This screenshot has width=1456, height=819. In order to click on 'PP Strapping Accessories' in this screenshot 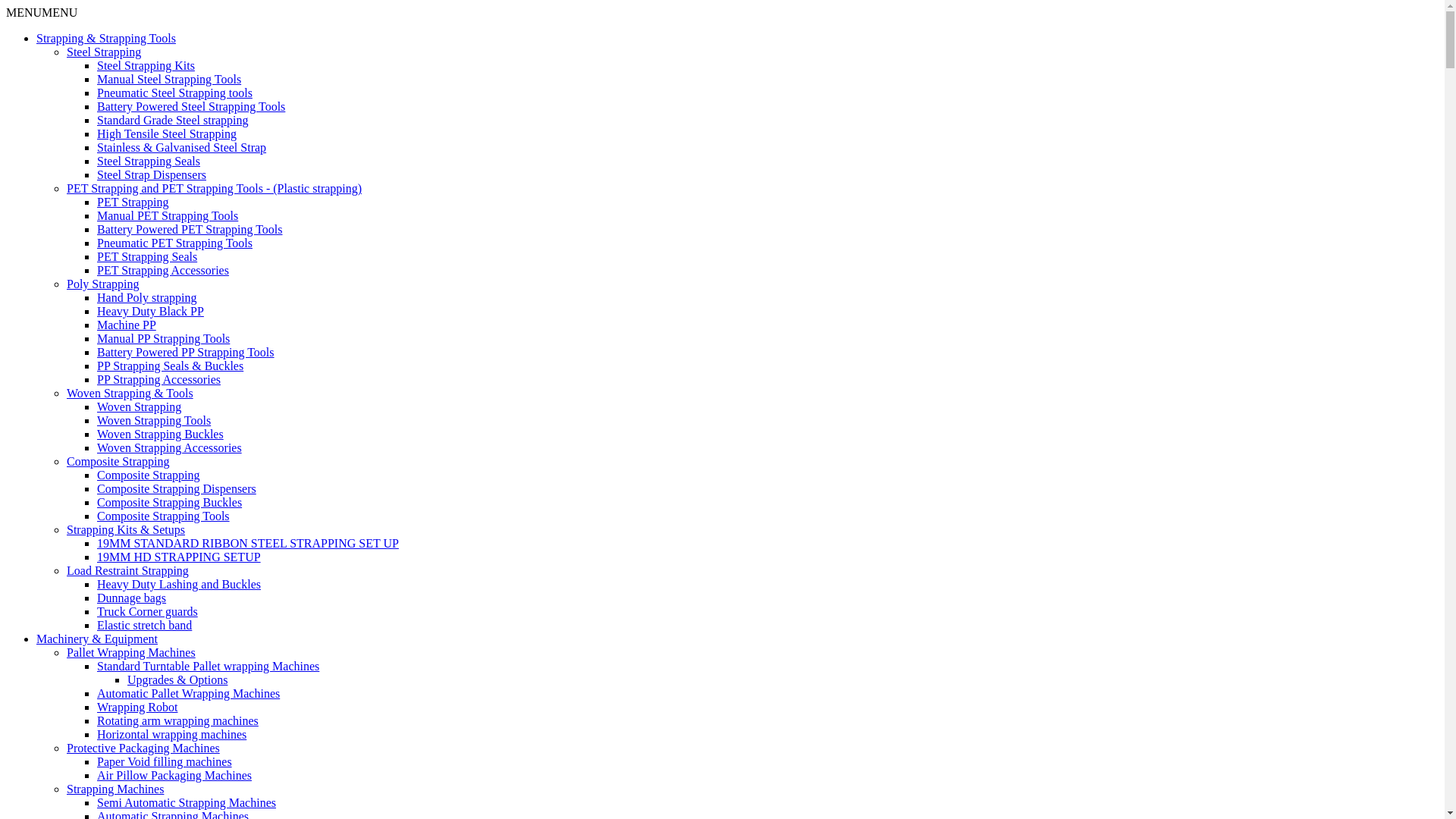, I will do `click(158, 378)`.